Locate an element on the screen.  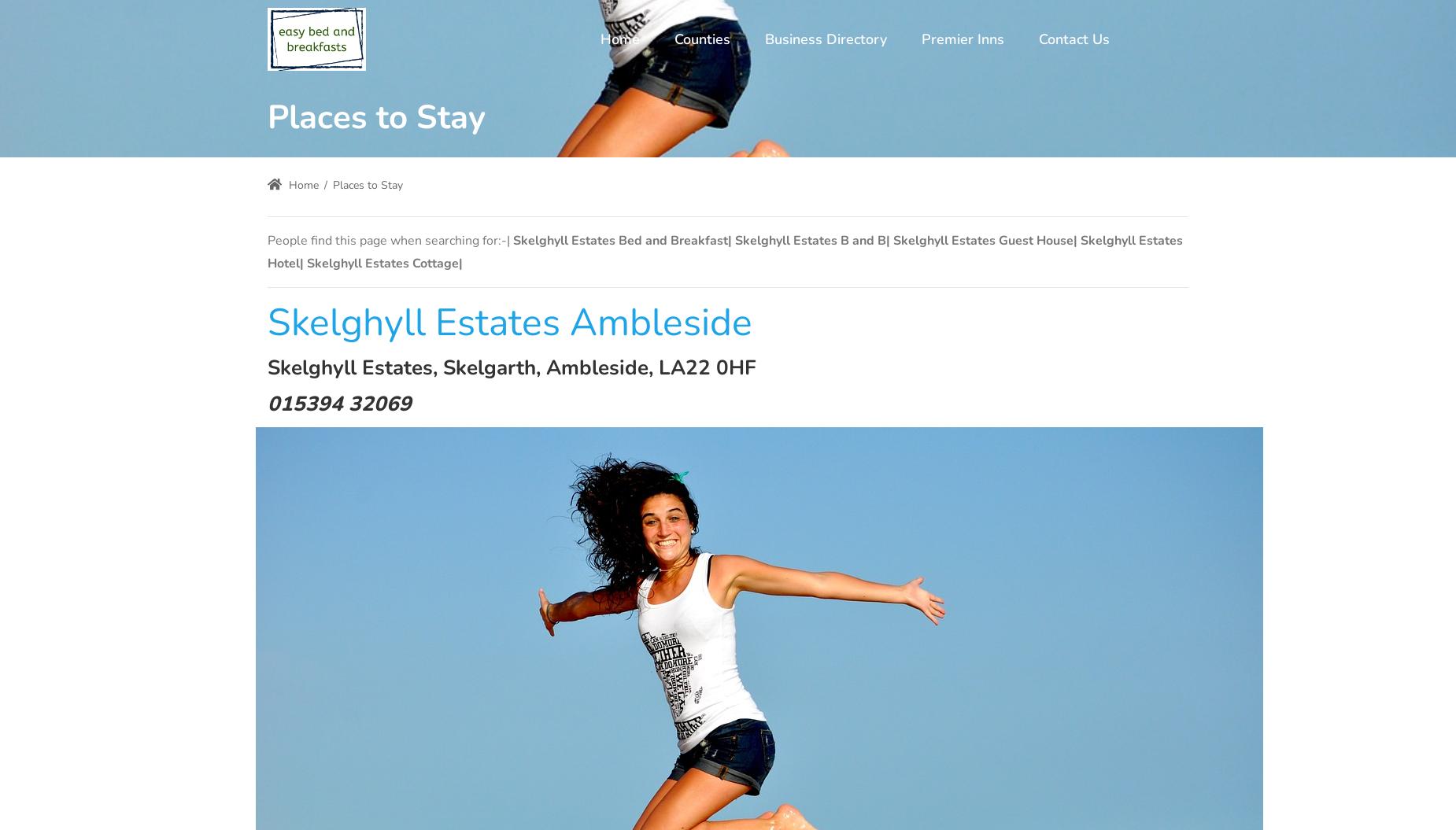
'Skelghyll Estates Ambleside' is located at coordinates (510, 322).